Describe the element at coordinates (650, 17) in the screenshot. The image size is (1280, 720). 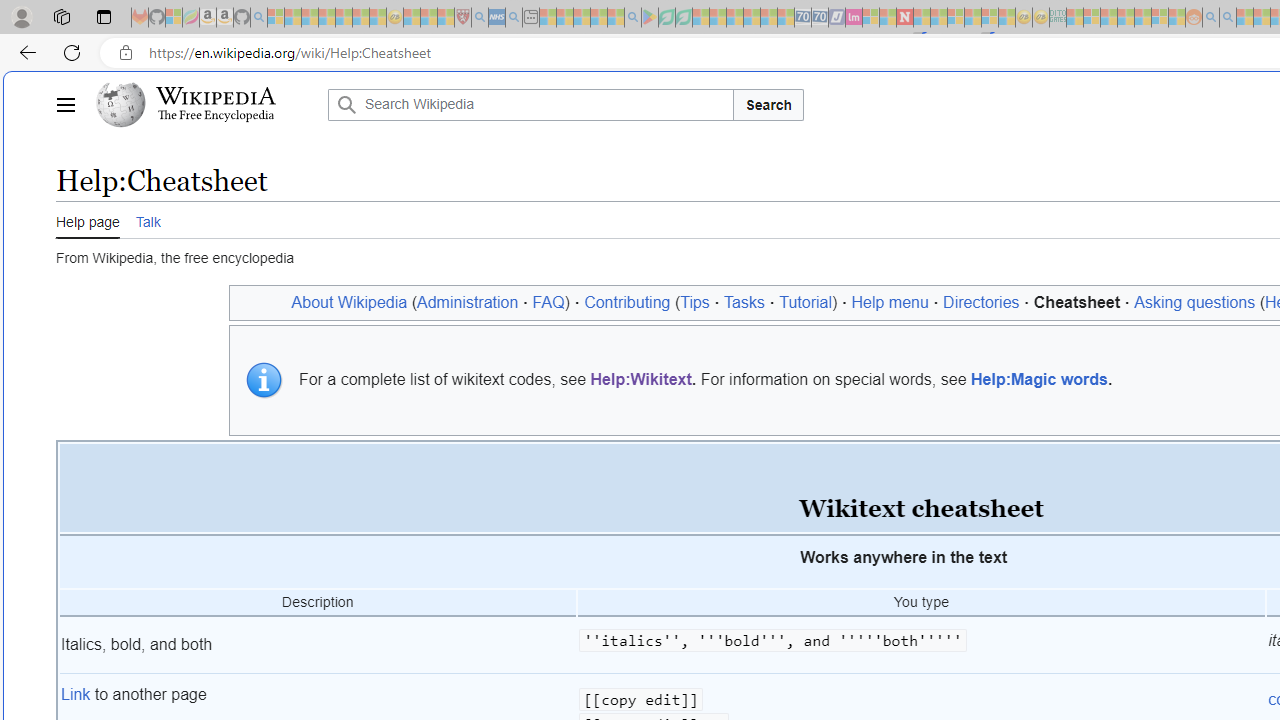
I see `'Bluey: Let'` at that location.